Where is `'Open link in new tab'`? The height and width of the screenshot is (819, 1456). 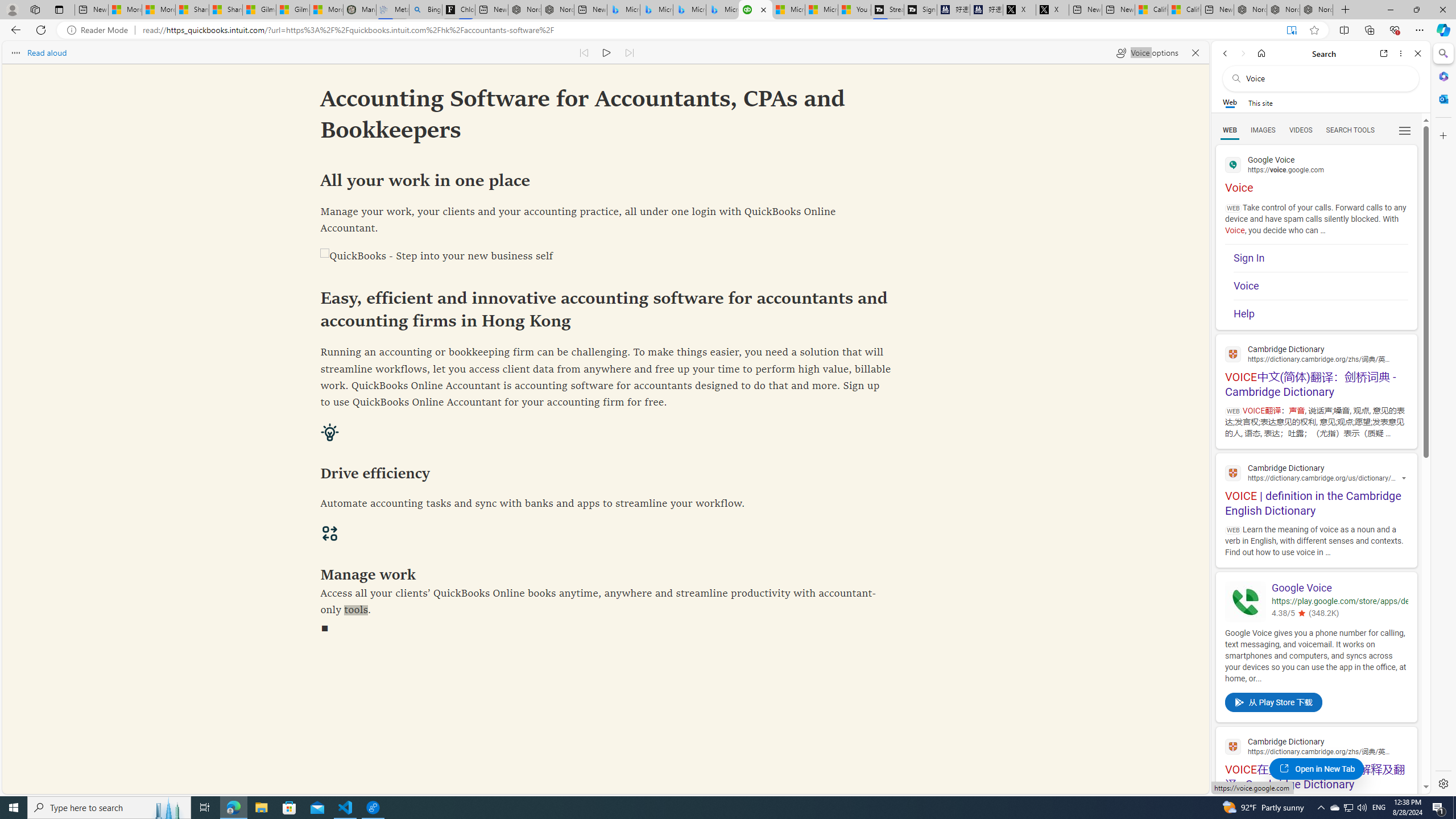
'Open link in new tab' is located at coordinates (1384, 53).